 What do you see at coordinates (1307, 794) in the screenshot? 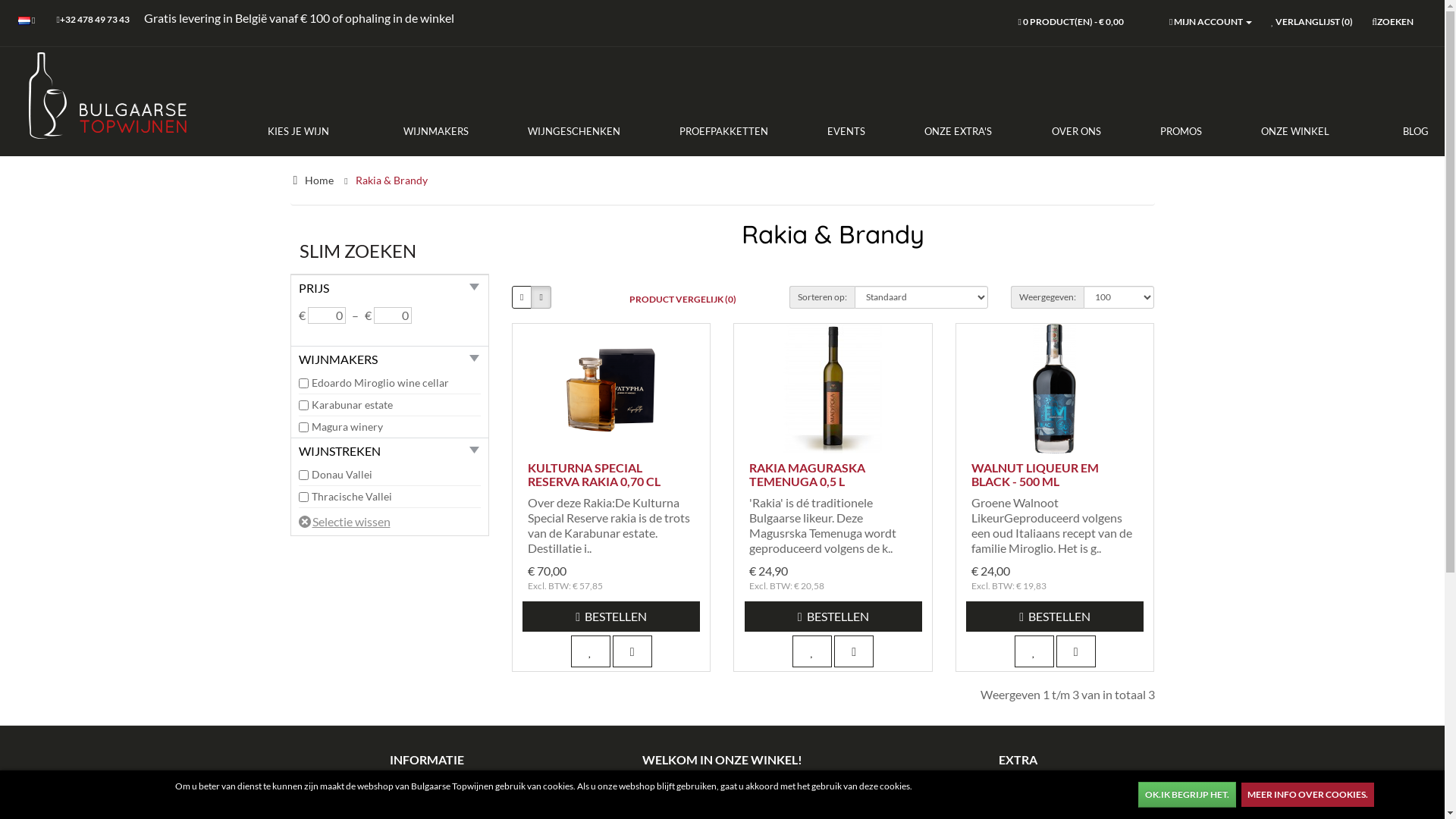
I see `'MEER INFO OVER COOKIES.'` at bounding box center [1307, 794].